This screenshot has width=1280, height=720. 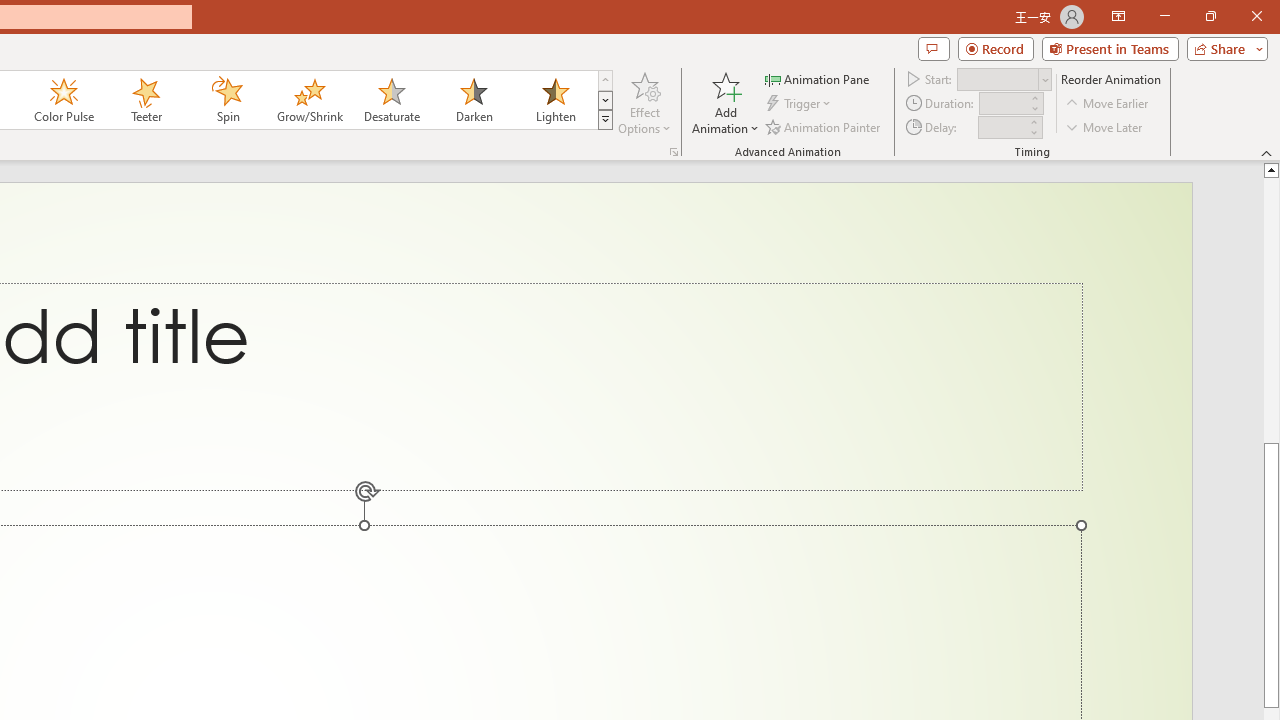 I want to click on 'Animation Pane', so click(x=818, y=78).